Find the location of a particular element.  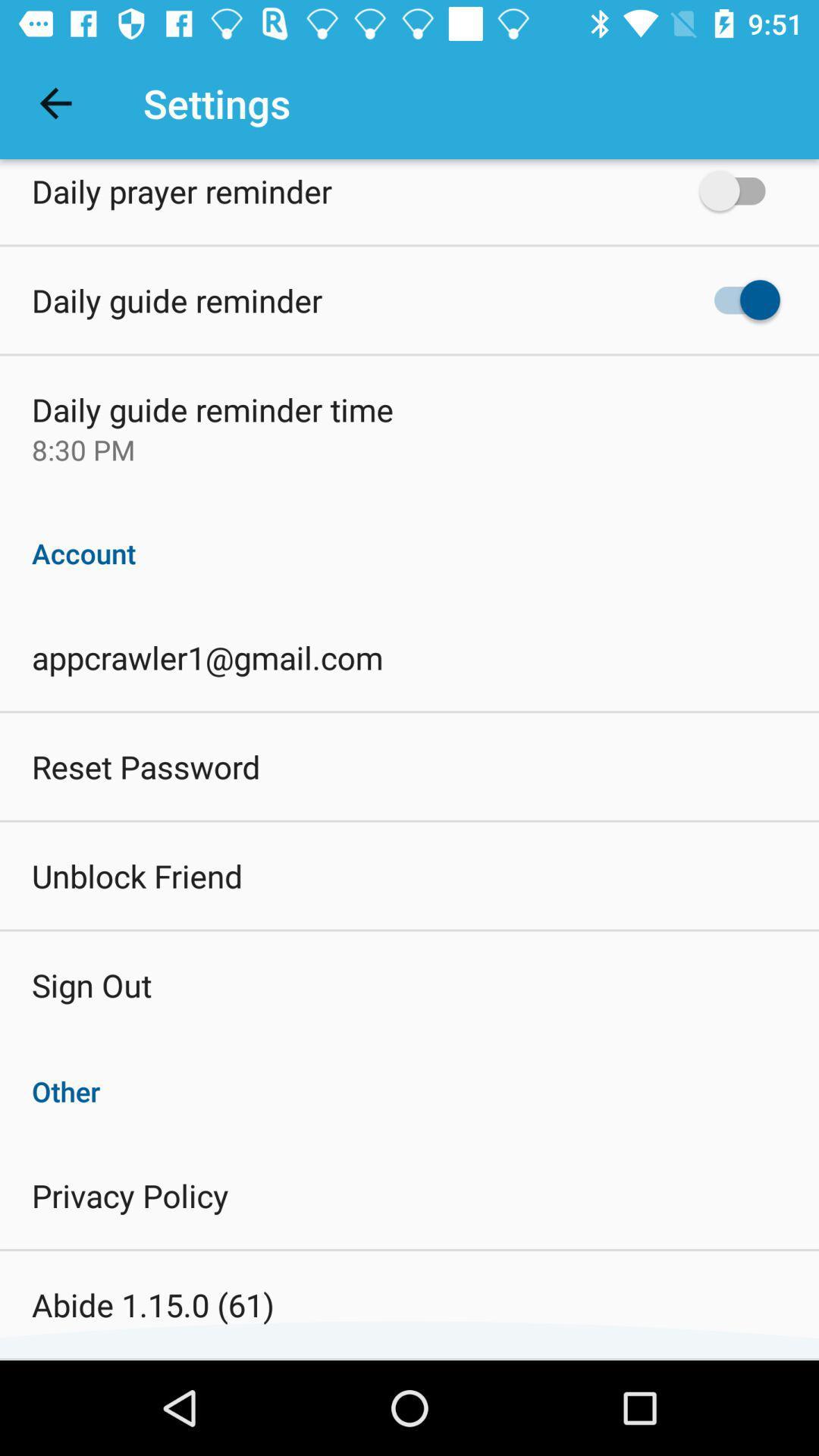

icon to the left of settings icon is located at coordinates (55, 102).